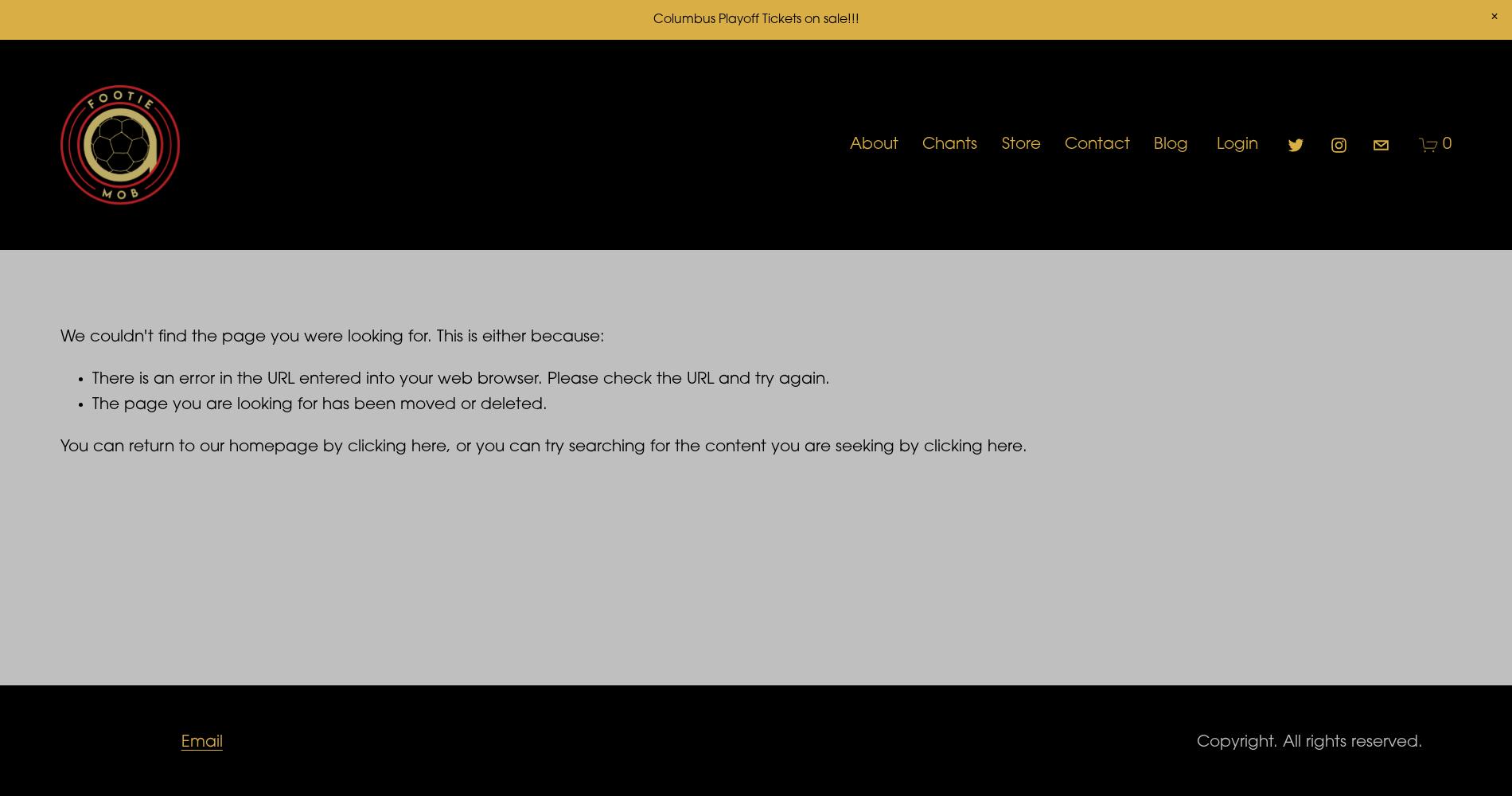  What do you see at coordinates (1446, 144) in the screenshot?
I see `'0'` at bounding box center [1446, 144].